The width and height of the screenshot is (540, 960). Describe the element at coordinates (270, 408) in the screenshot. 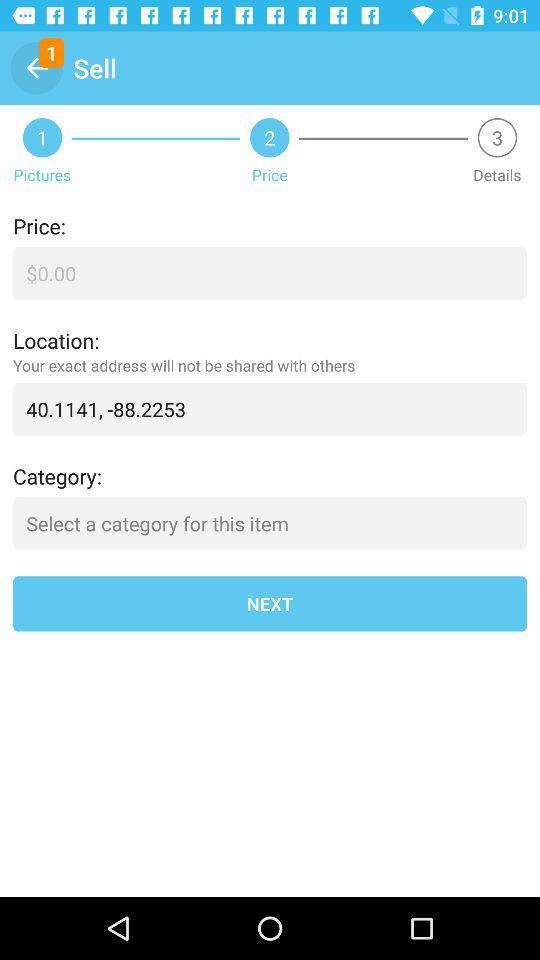

I see `40 1141 88 item` at that location.